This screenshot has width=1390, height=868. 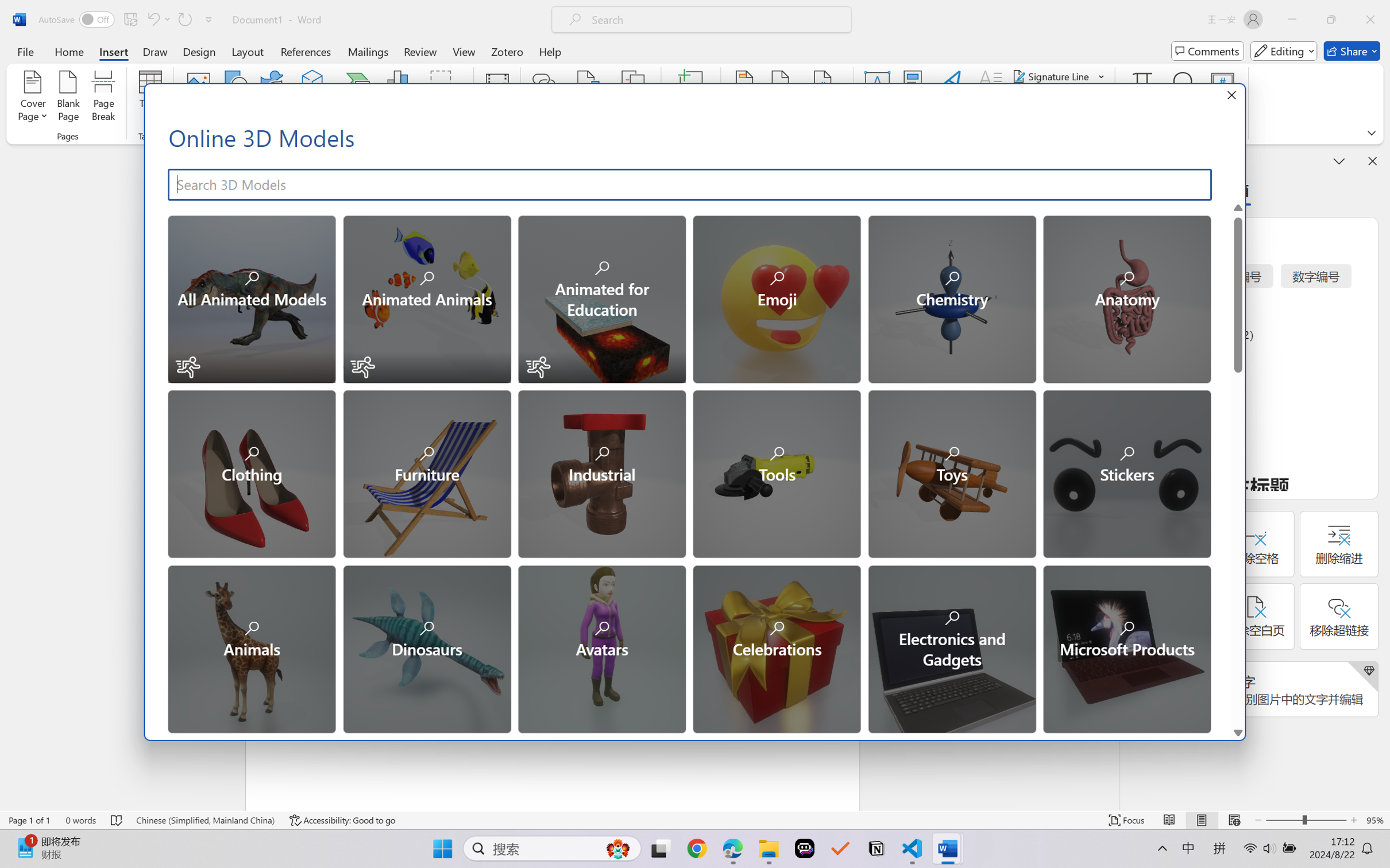 I want to click on 'Blank Page', so click(x=67, y=98).